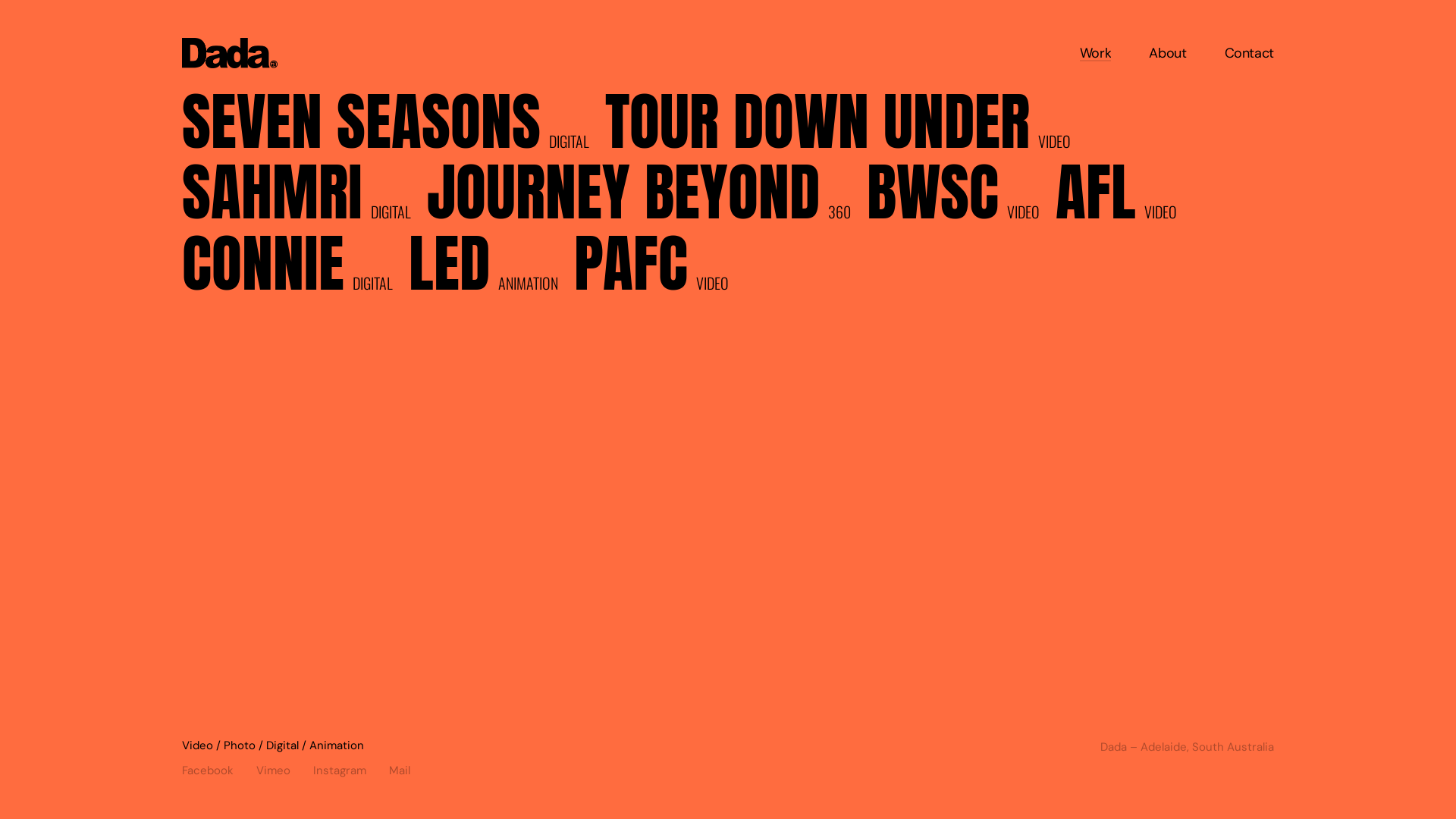  What do you see at coordinates (389, 767) in the screenshot?
I see `'Mail'` at bounding box center [389, 767].